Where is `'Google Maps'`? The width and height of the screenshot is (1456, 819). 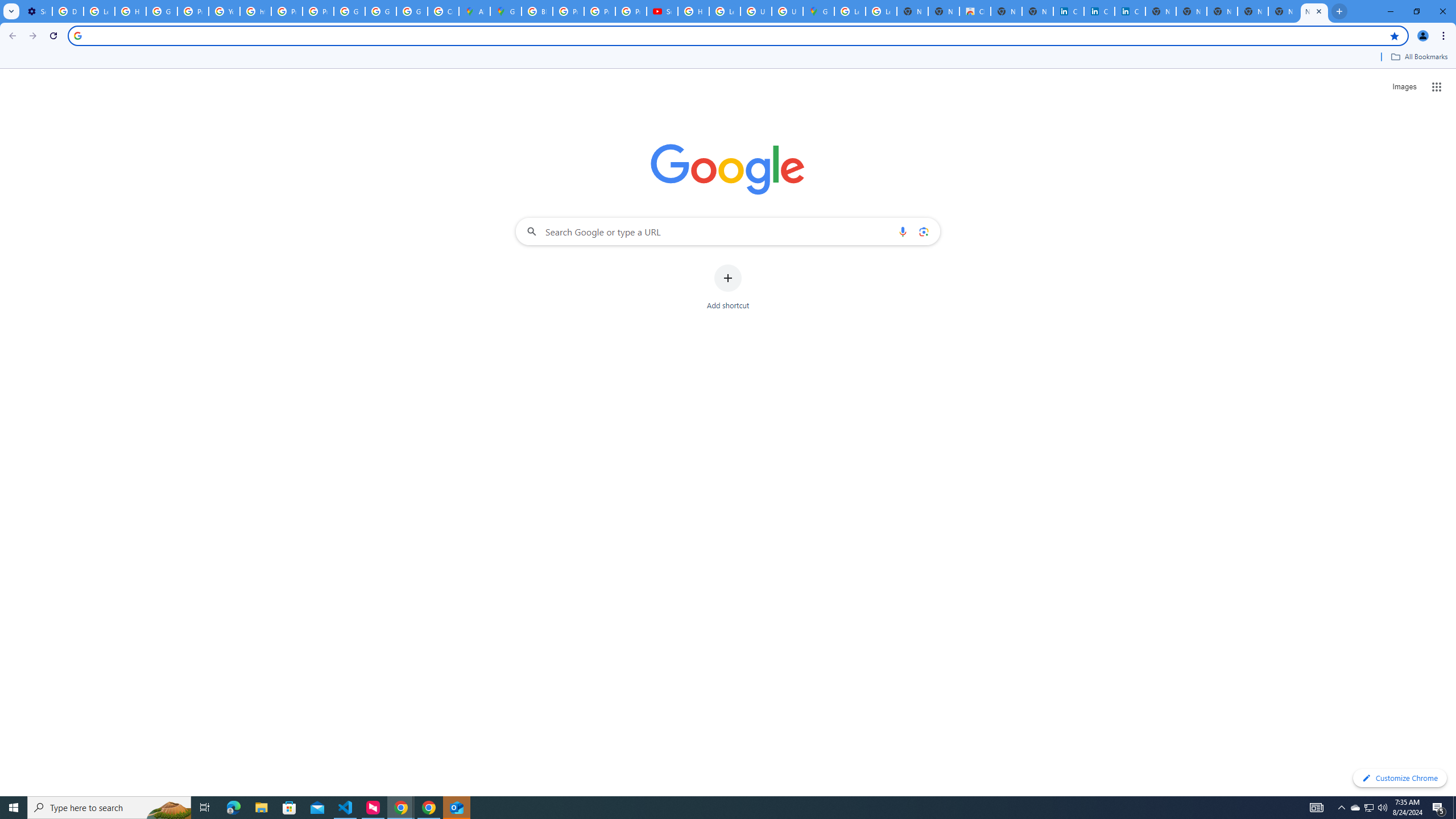 'Google Maps' is located at coordinates (818, 11).